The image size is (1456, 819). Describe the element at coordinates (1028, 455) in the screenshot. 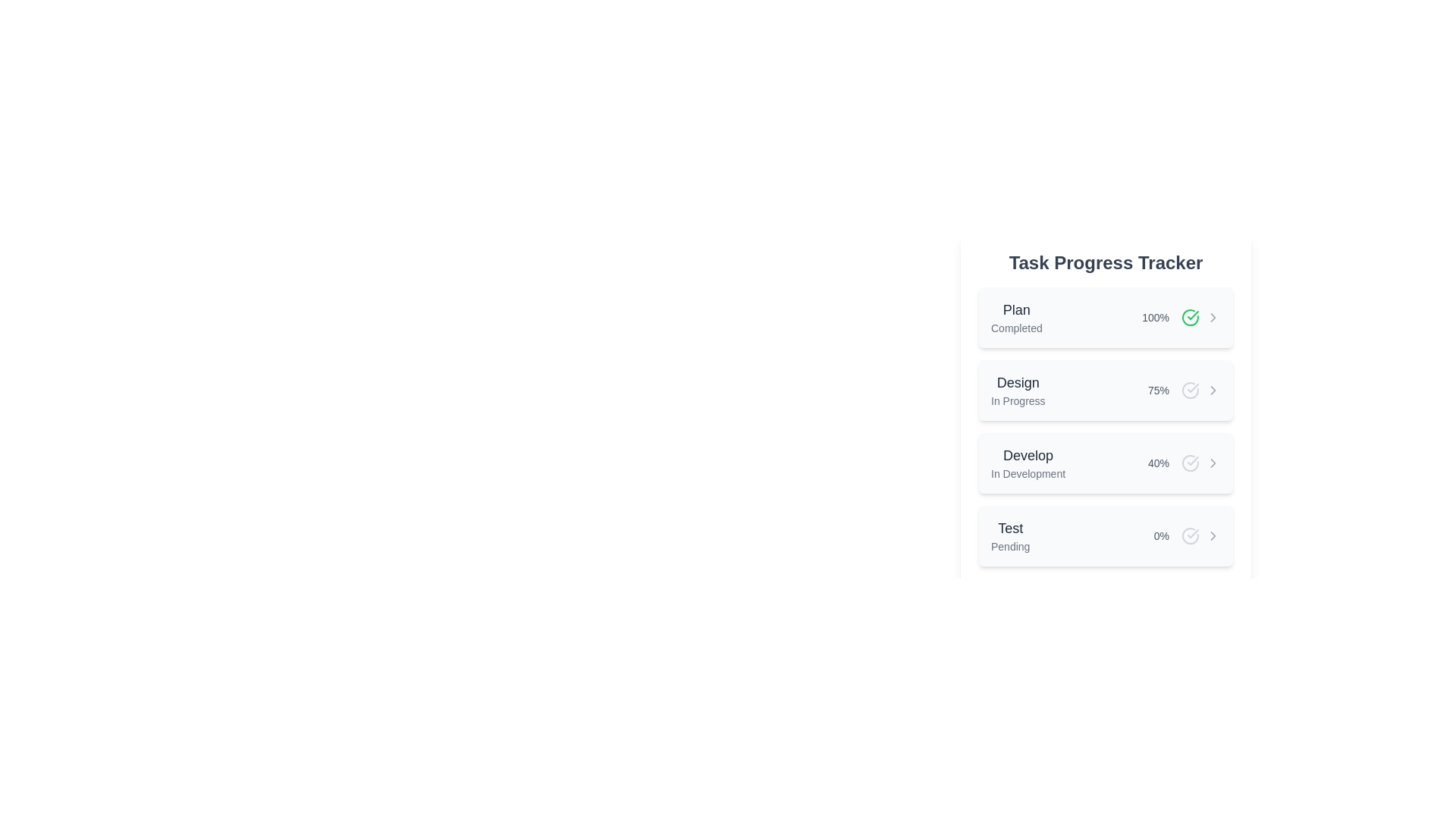

I see `the text label displaying the word 'Develop' in bold, dark gray font, located in the 'Task Progress Tracker' section above the 'In Development' subtext` at that location.